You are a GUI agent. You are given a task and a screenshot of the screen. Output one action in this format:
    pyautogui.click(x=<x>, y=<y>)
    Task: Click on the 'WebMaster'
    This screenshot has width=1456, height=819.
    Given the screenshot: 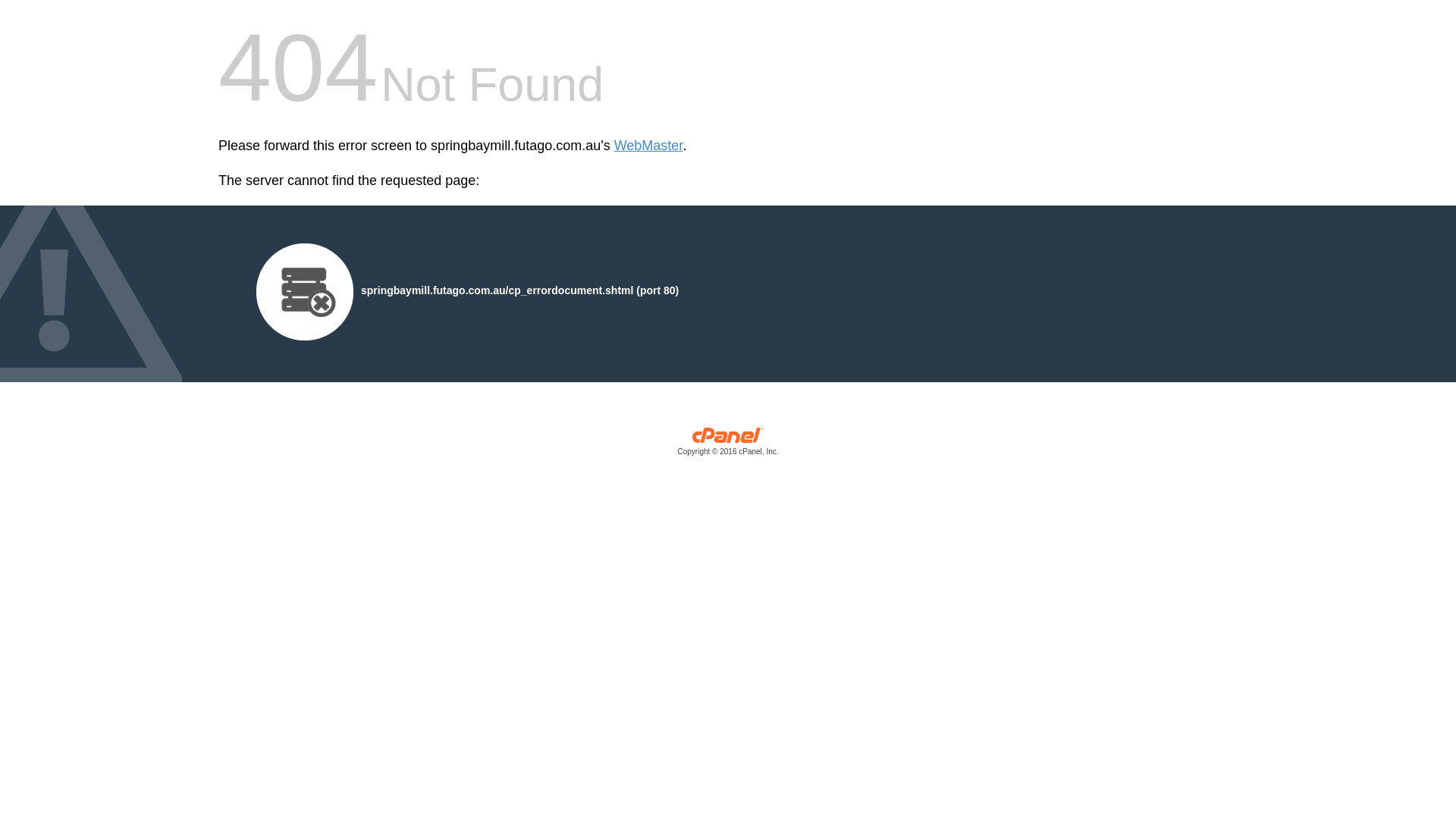 What is the action you would take?
    pyautogui.click(x=648, y=146)
    